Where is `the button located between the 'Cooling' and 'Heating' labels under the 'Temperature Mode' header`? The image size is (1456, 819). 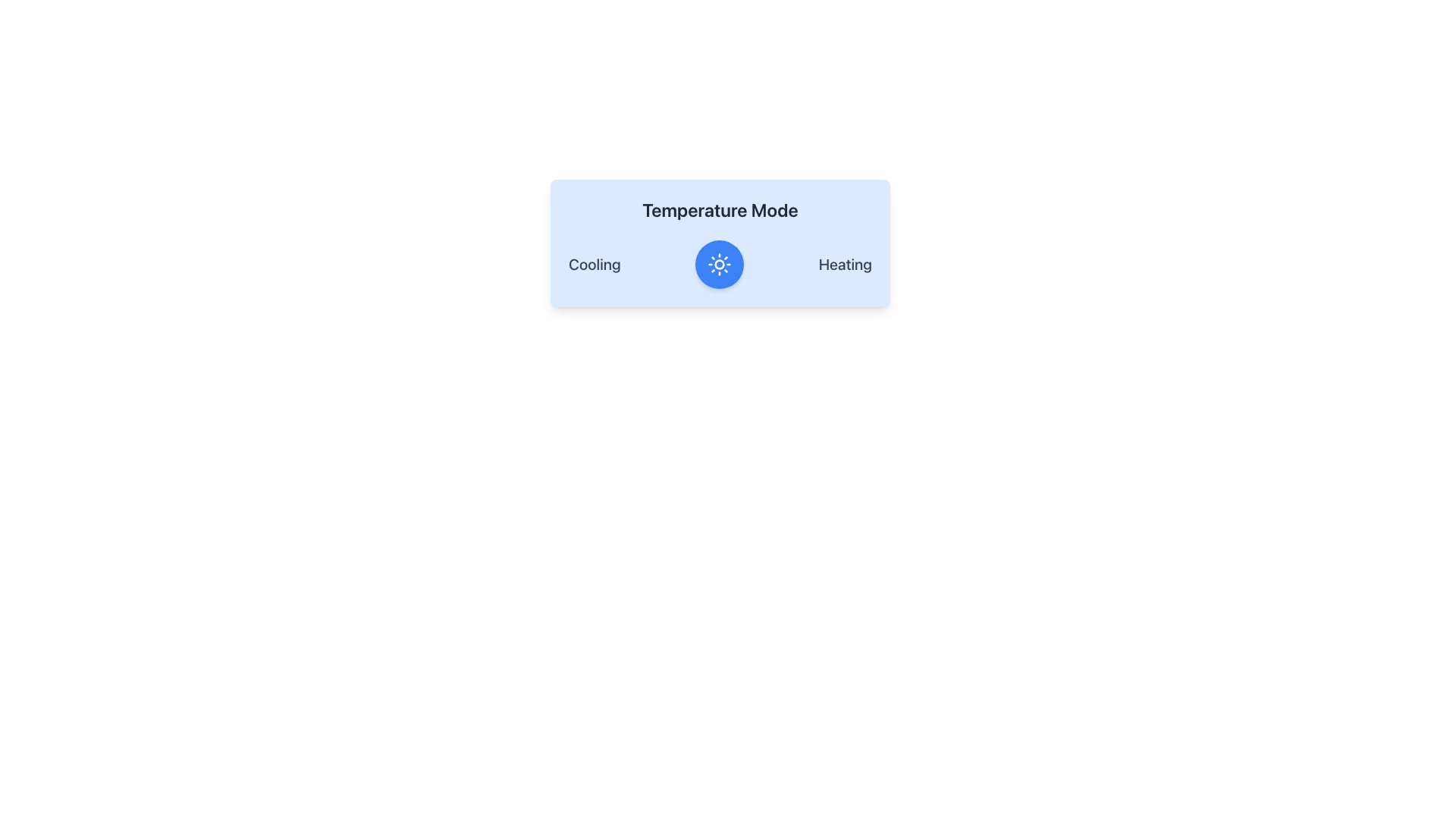 the button located between the 'Cooling' and 'Heating' labels under the 'Temperature Mode' header is located at coordinates (719, 263).